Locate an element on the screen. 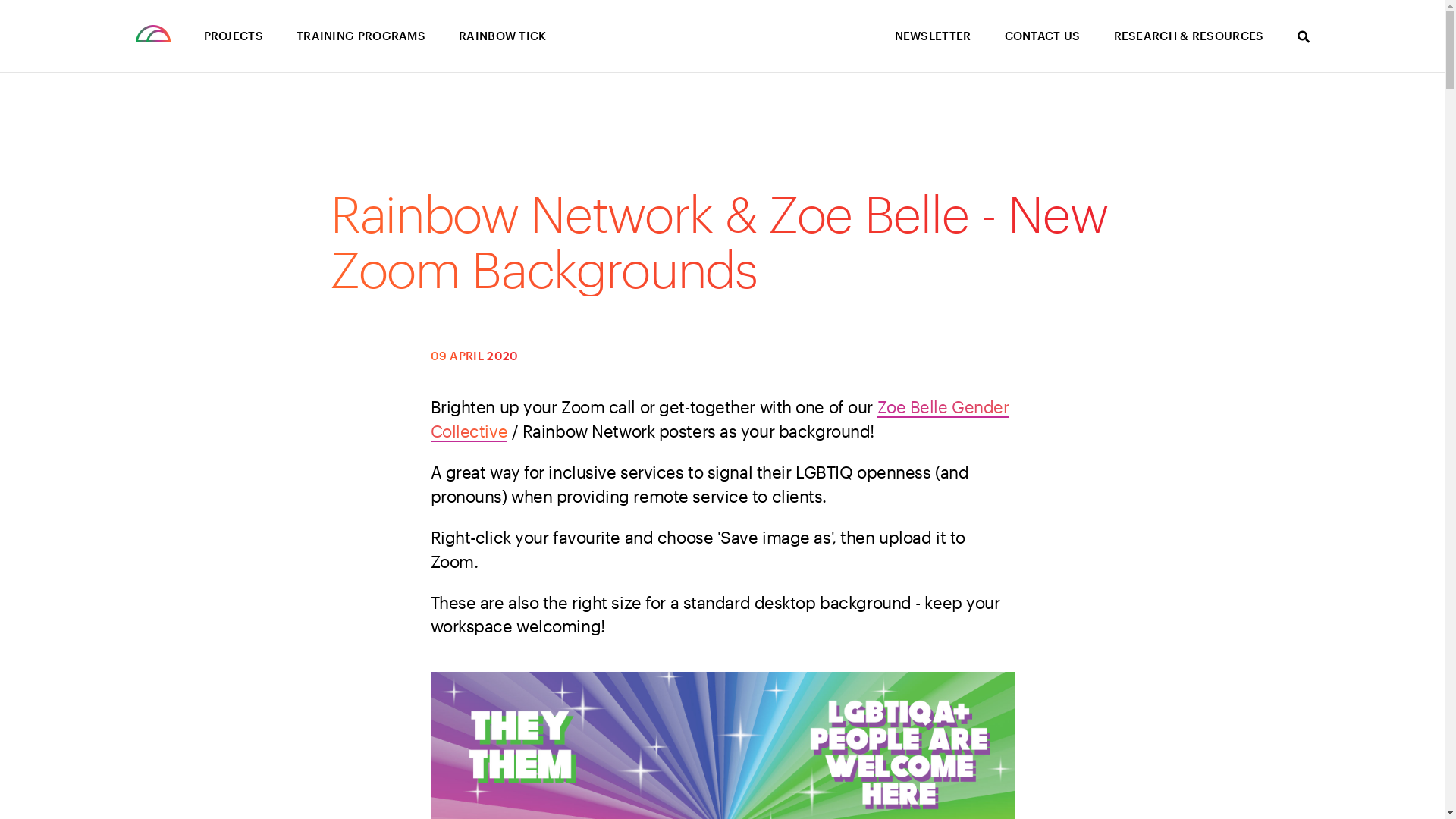 The width and height of the screenshot is (1456, 819). 'CONTACT US' is located at coordinates (1040, 35).